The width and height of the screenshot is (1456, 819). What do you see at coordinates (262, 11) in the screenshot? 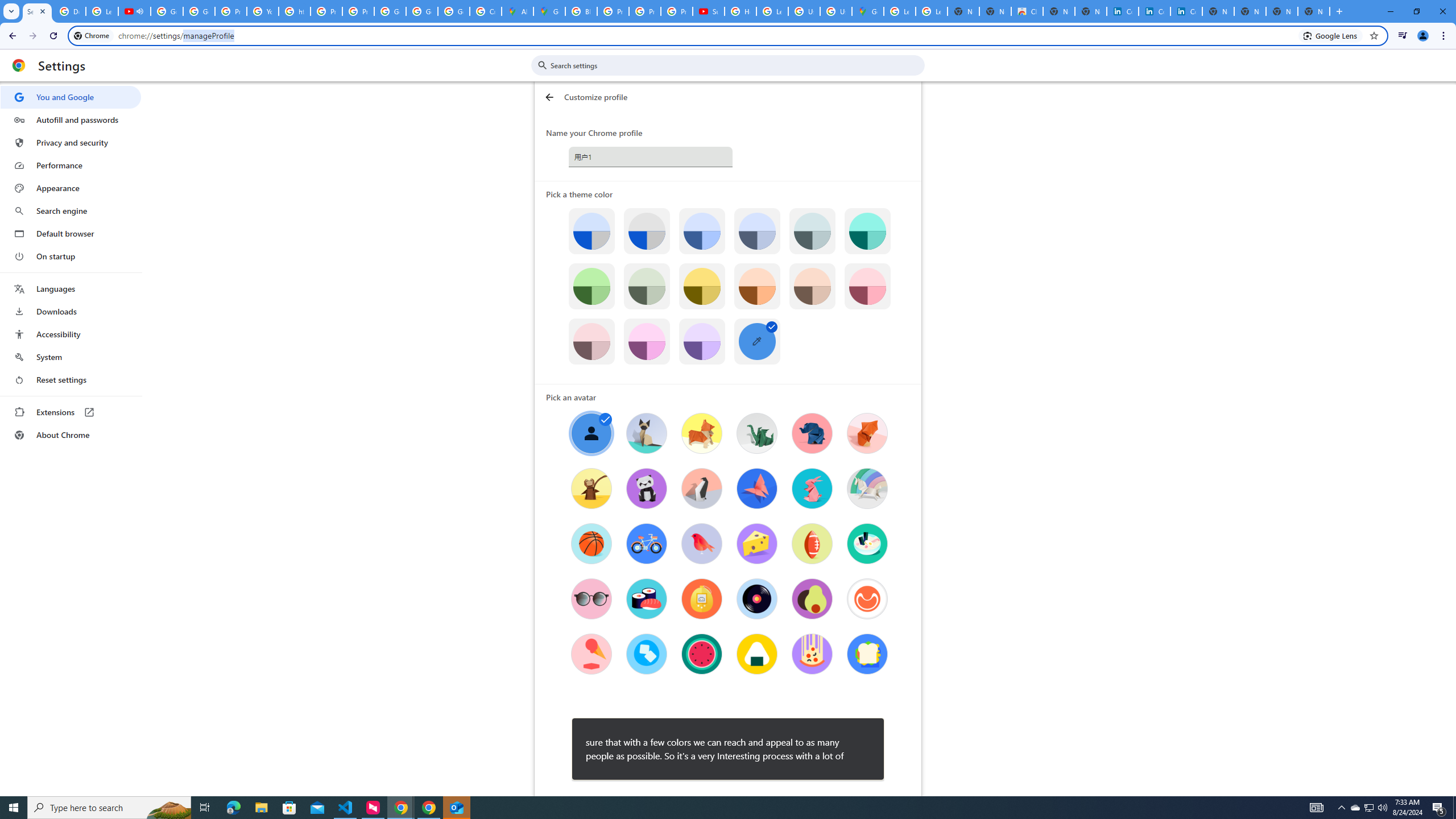
I see `'YouTube'` at bounding box center [262, 11].